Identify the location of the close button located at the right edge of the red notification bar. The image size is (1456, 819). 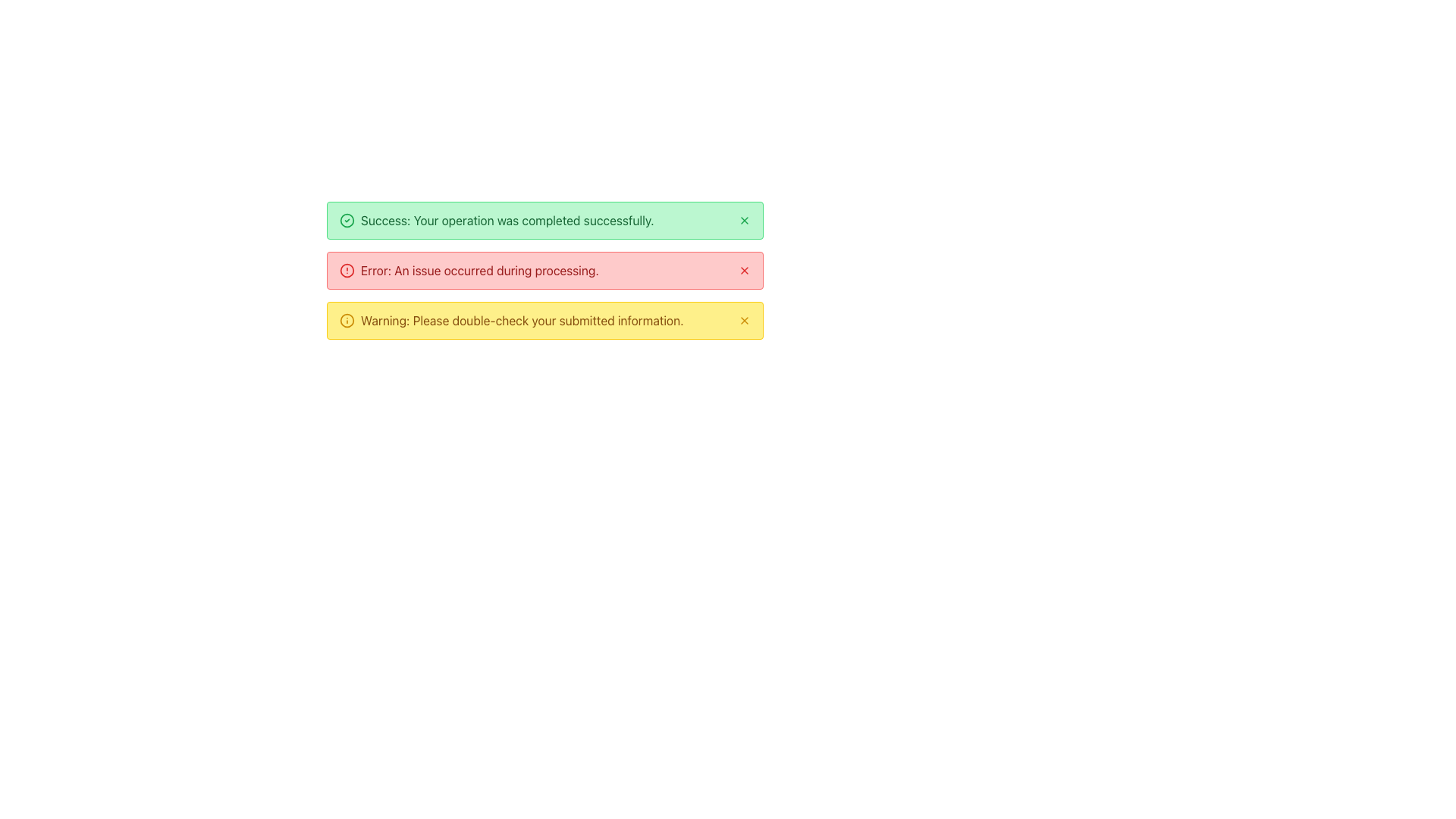
(745, 270).